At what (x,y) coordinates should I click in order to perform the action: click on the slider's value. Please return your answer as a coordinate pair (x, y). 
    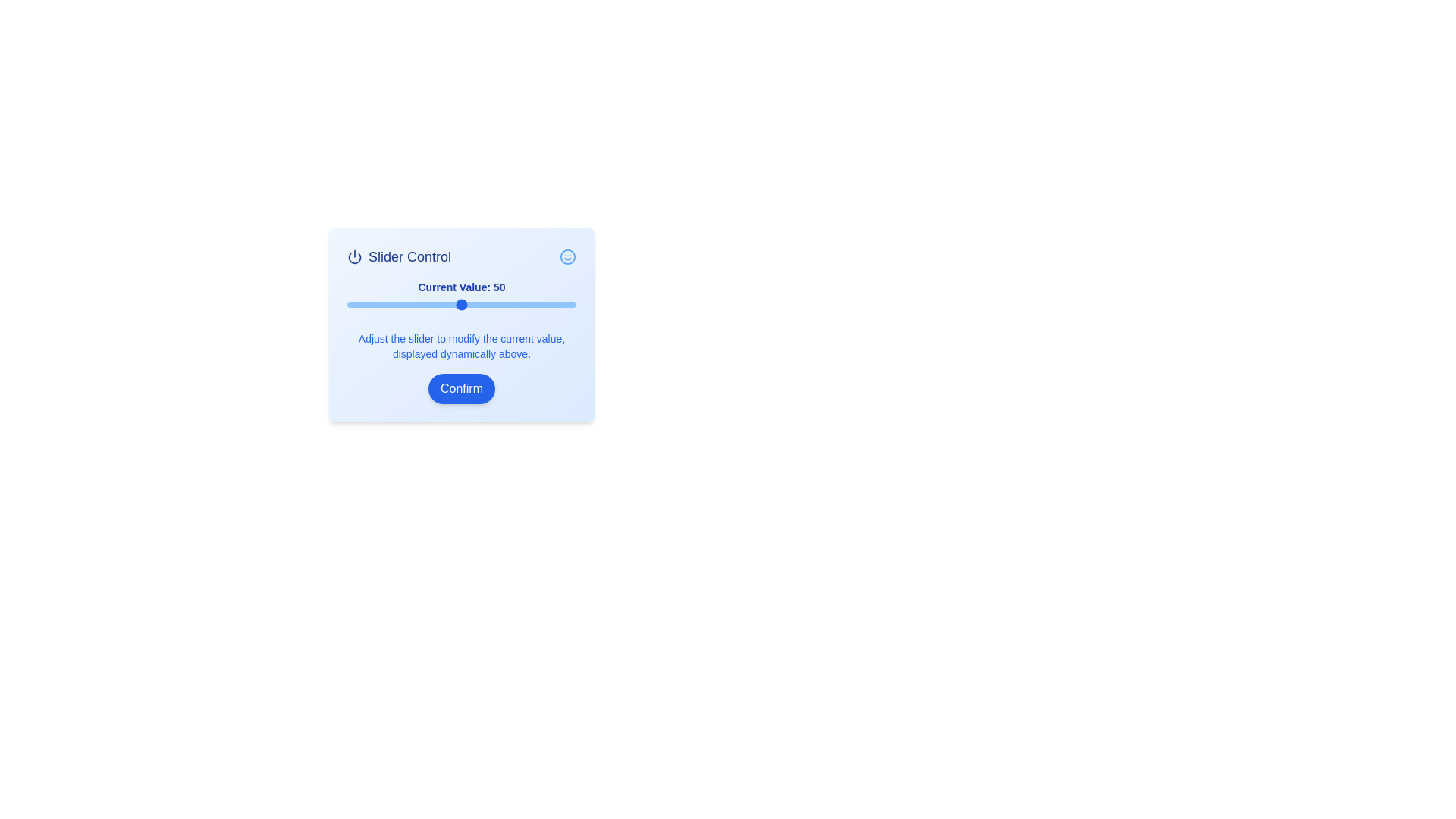
    Looking at the image, I should click on (456, 304).